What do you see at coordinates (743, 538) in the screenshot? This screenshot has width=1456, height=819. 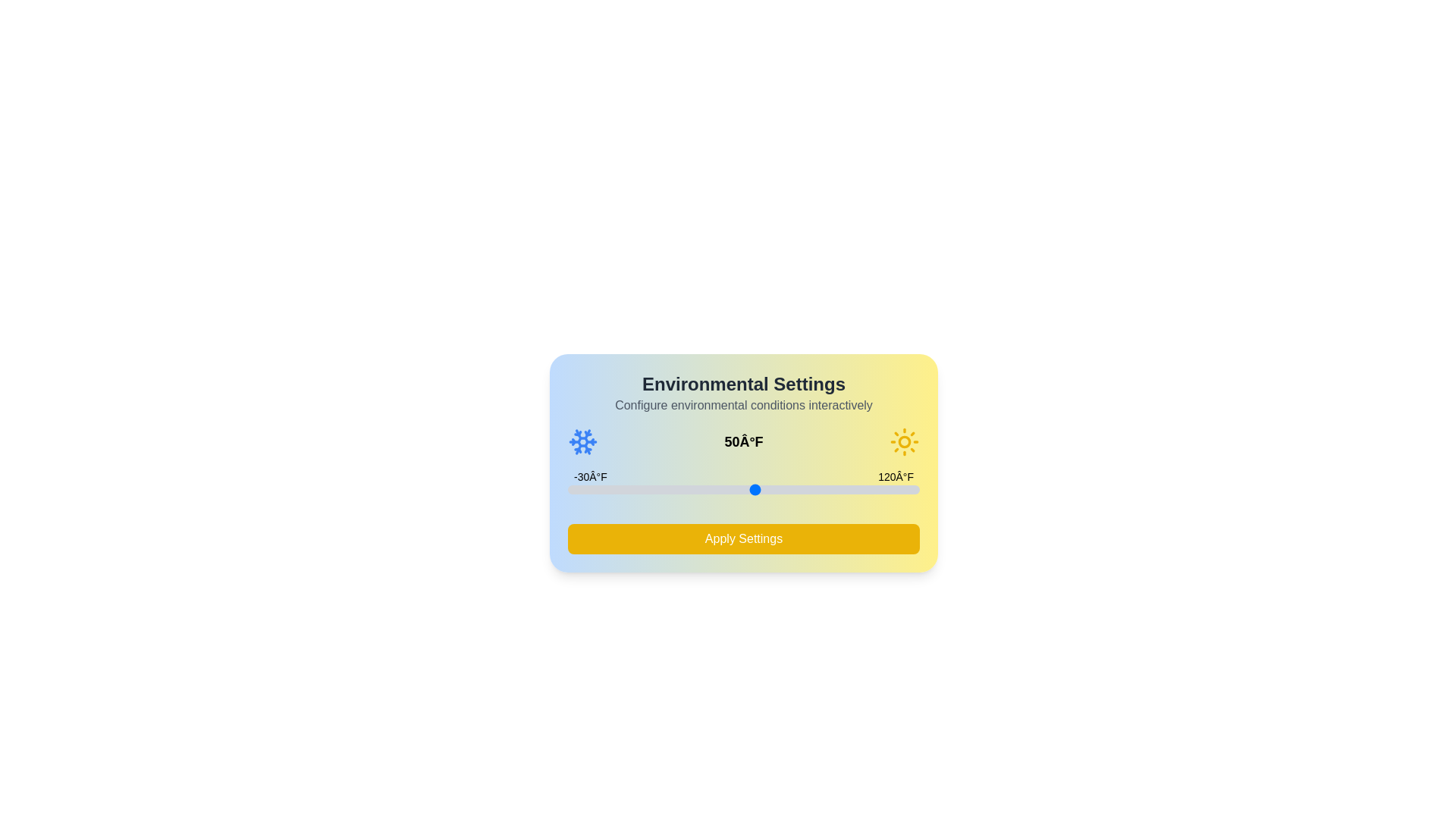 I see `the 'Apply Settings' button to submit the environmental settings` at bounding box center [743, 538].